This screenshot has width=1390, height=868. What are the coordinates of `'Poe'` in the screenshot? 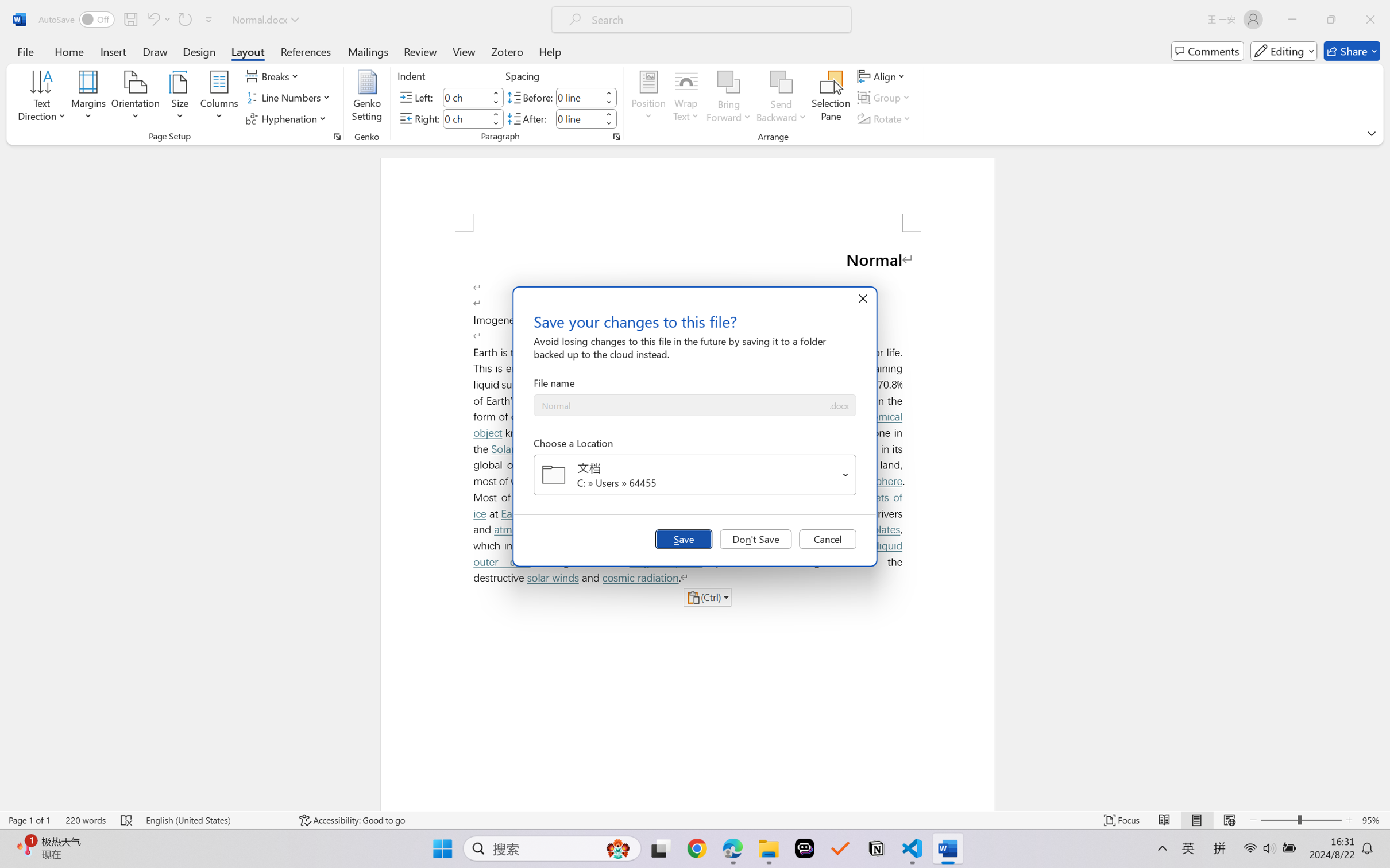 It's located at (804, 848).